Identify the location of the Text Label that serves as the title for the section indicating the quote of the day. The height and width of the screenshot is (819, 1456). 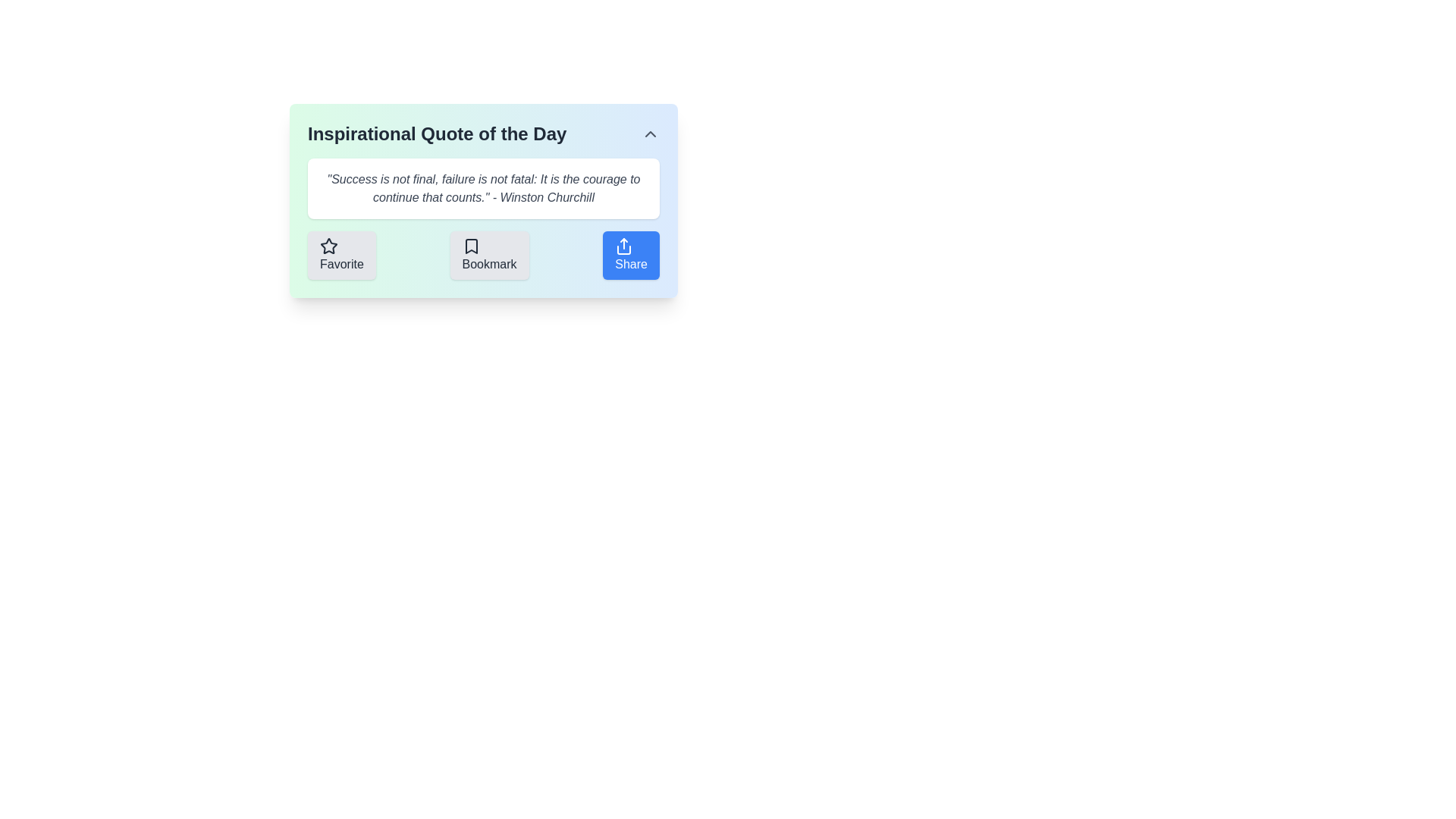
(436, 133).